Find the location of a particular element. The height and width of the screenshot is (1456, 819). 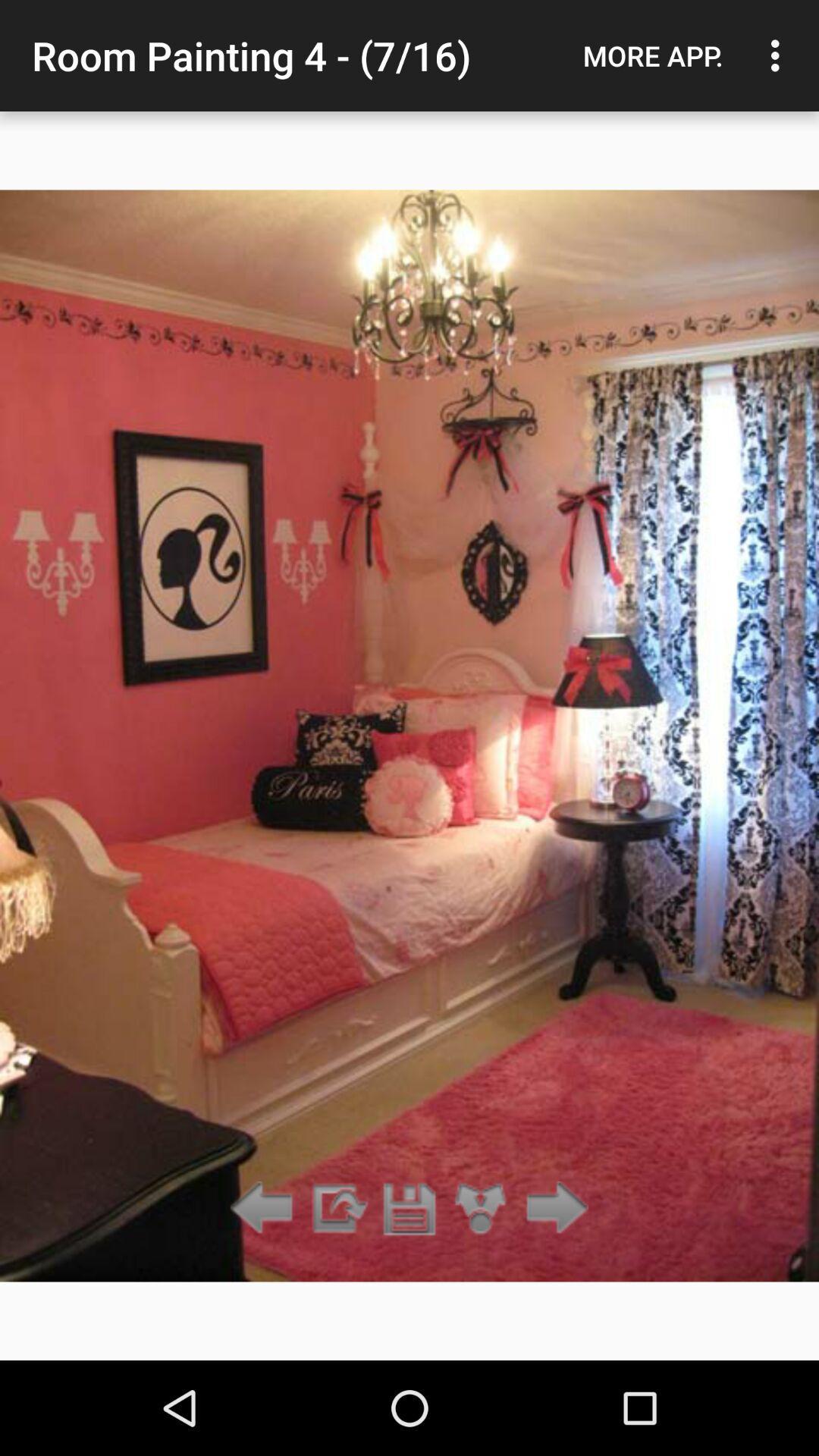

the save icon is located at coordinates (409, 1208).